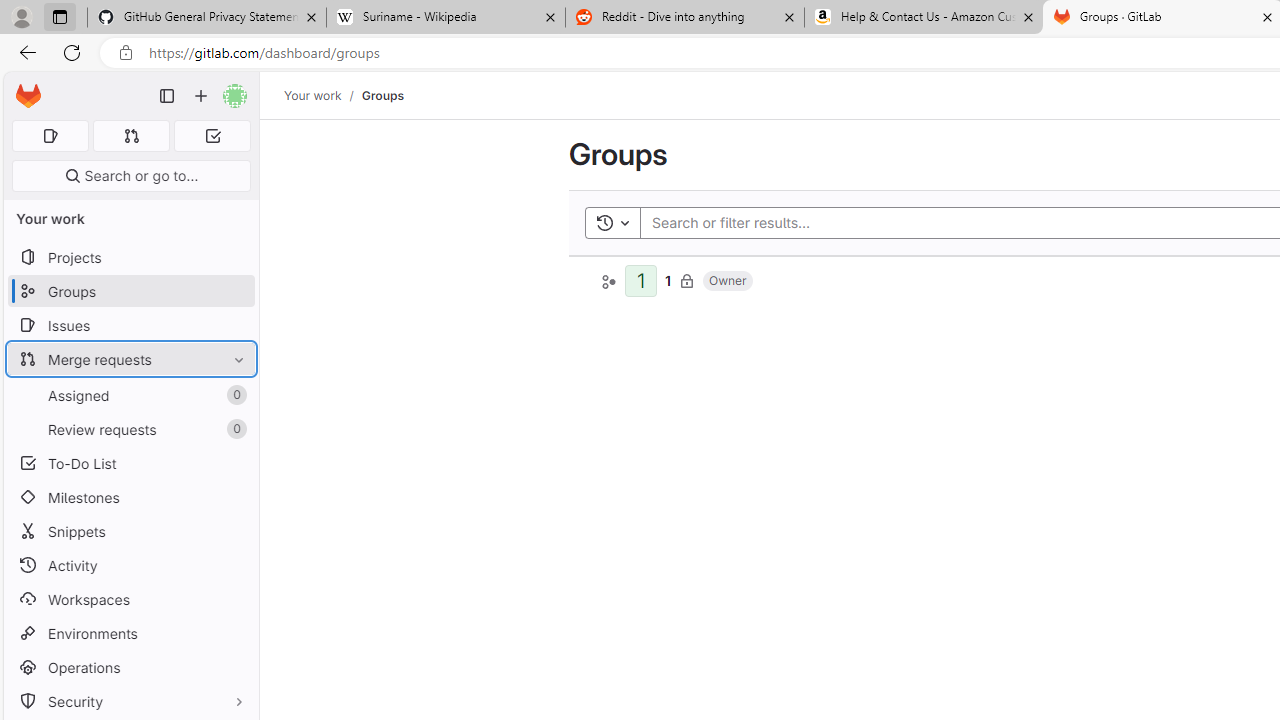 This screenshot has width=1280, height=720. I want to click on 'Create new...', so click(201, 96).